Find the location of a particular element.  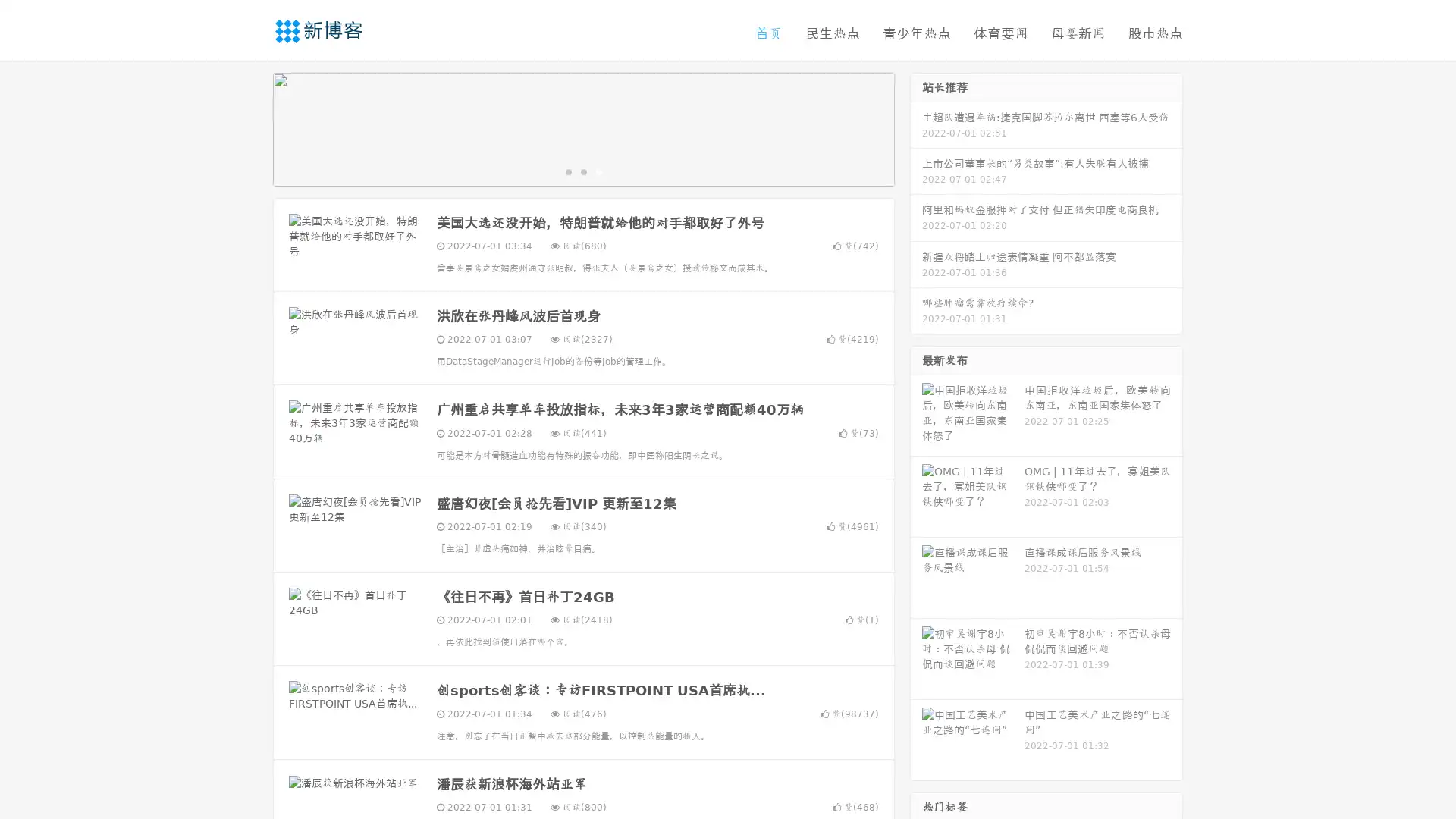

Go to slide 2 is located at coordinates (582, 171).